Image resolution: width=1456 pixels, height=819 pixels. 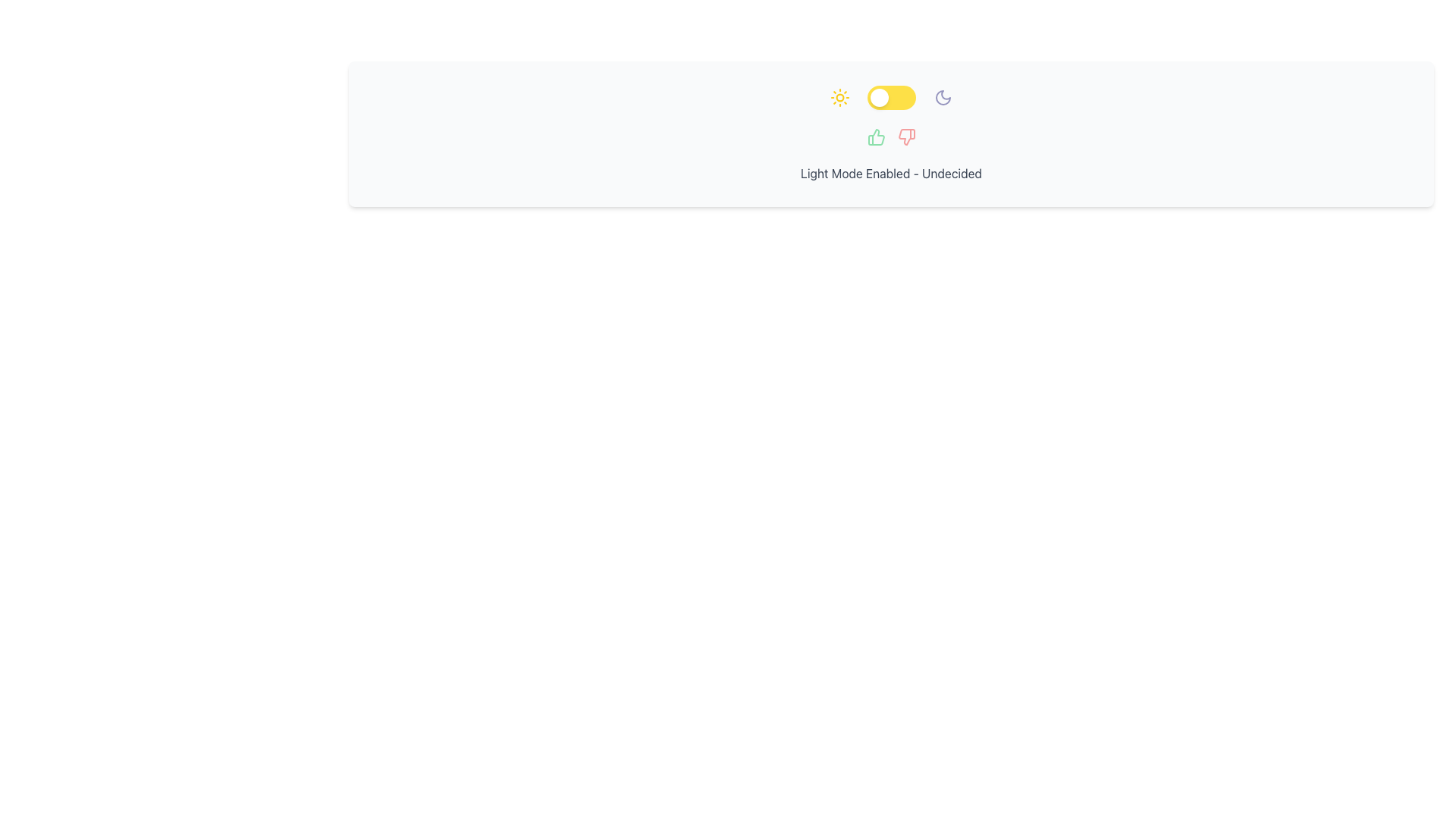 I want to click on the circular handle of the toggle switch located below the heading text and above the description with 'Light Mode Enabled - Undecided', so click(x=891, y=97).